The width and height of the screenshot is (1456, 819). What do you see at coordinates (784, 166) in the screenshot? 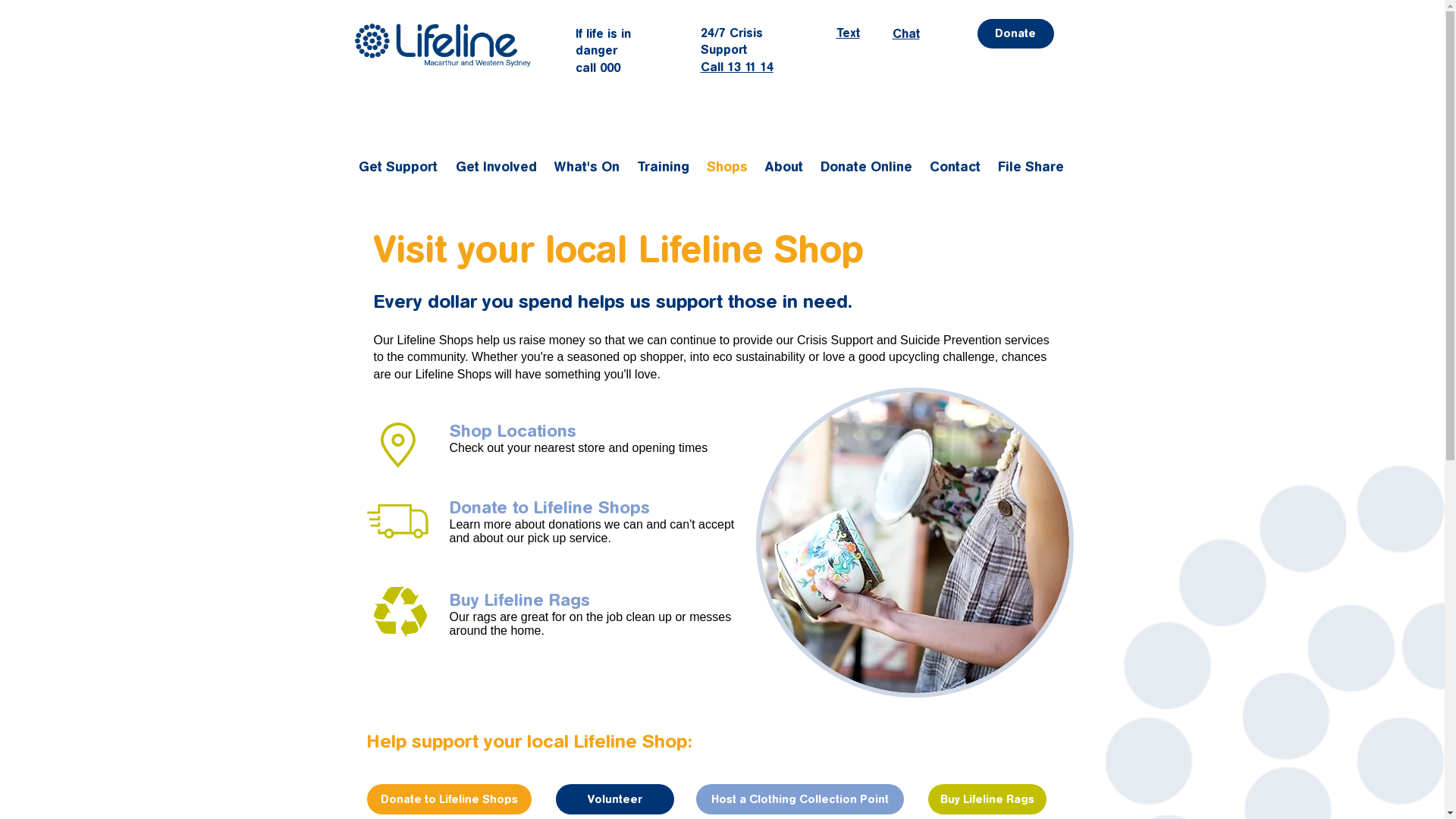
I see `'About'` at bounding box center [784, 166].